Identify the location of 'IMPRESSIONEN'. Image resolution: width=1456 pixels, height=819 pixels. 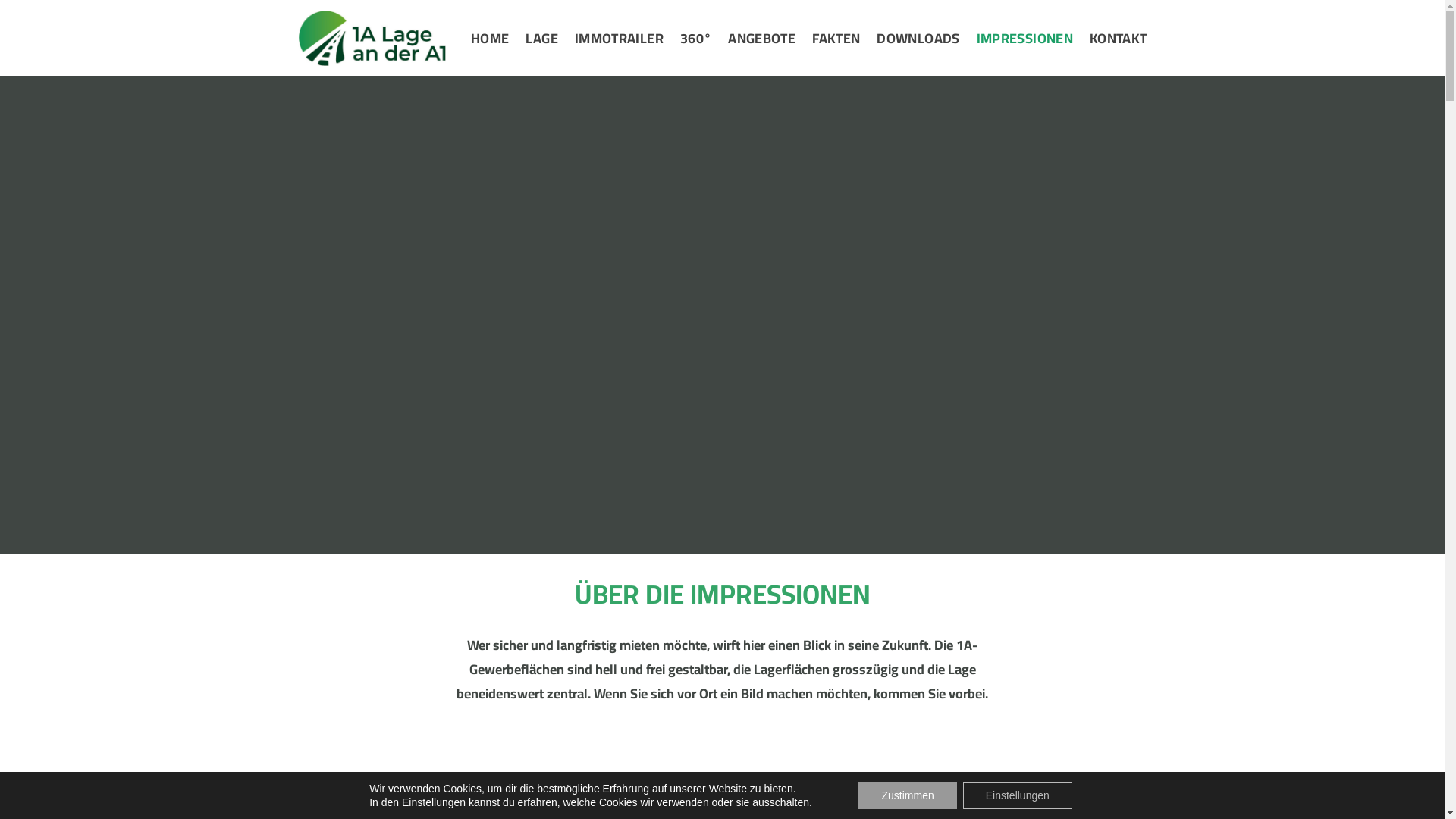
(1025, 37).